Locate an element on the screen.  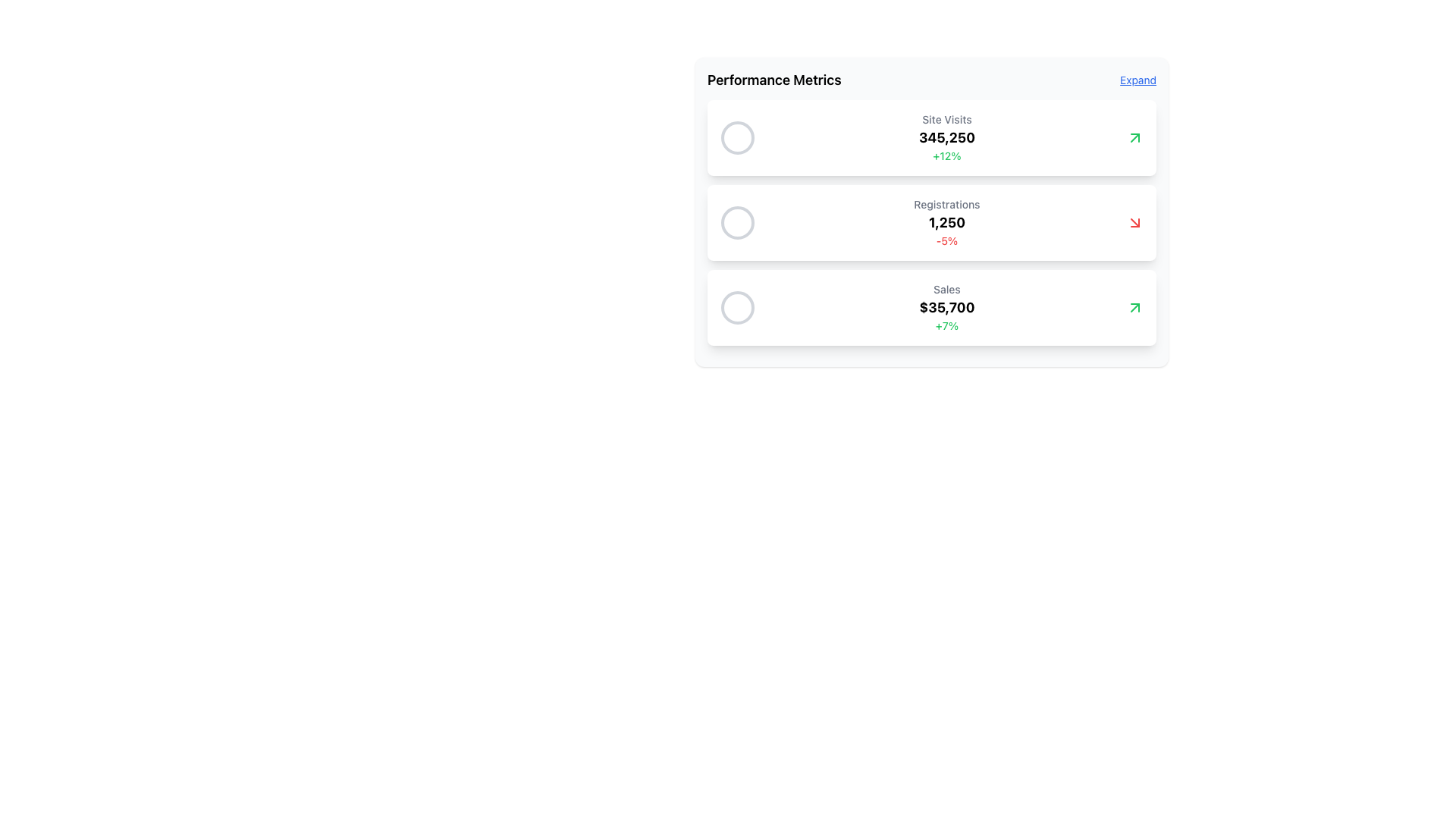
the green upward and rightward pointing arrow icon, which is the far-right component of the 'Site Visits' statistics card in the 'Performance Metrics' section is located at coordinates (1135, 137).